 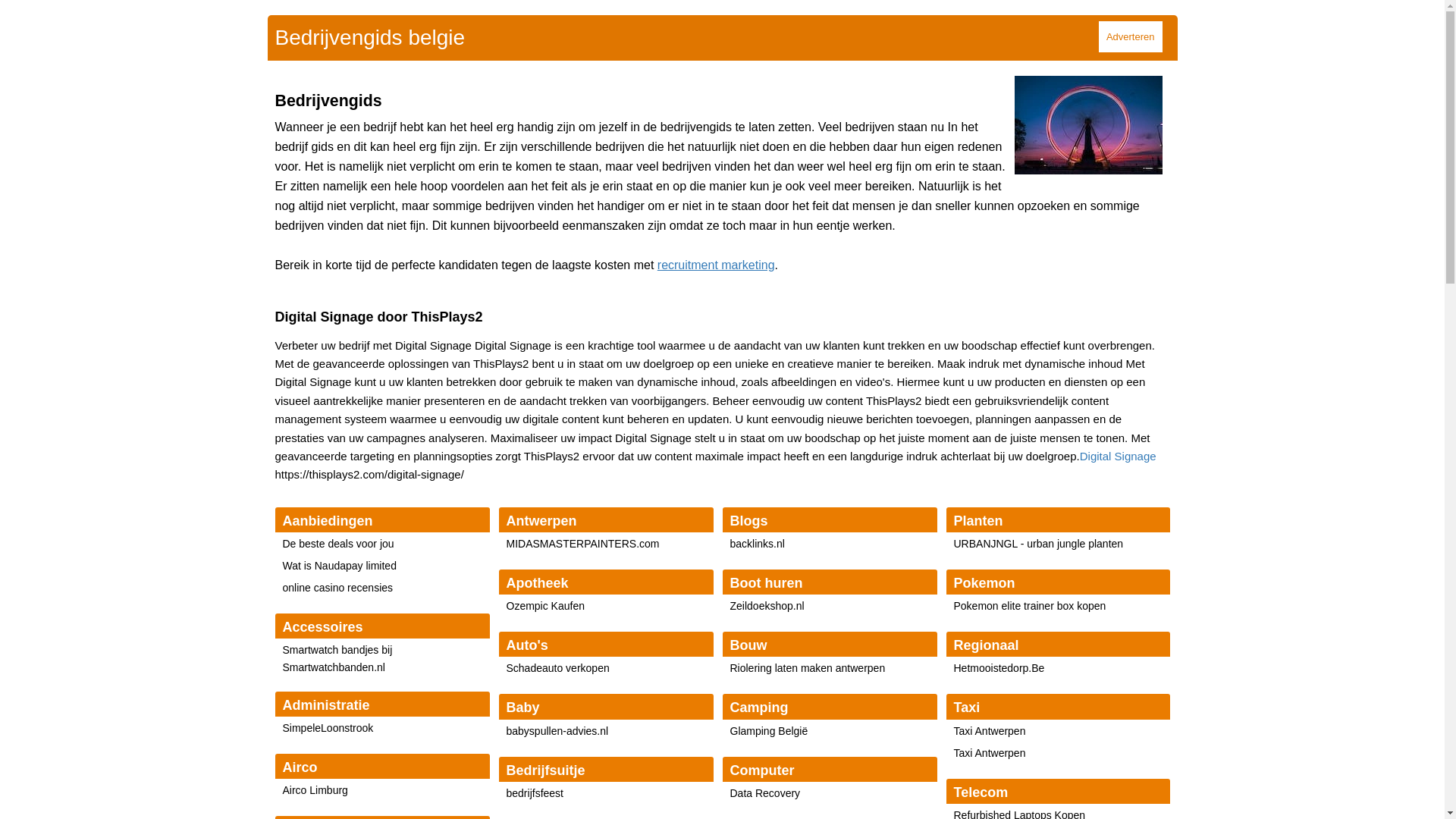 What do you see at coordinates (337, 587) in the screenshot?
I see `'online casino recensies'` at bounding box center [337, 587].